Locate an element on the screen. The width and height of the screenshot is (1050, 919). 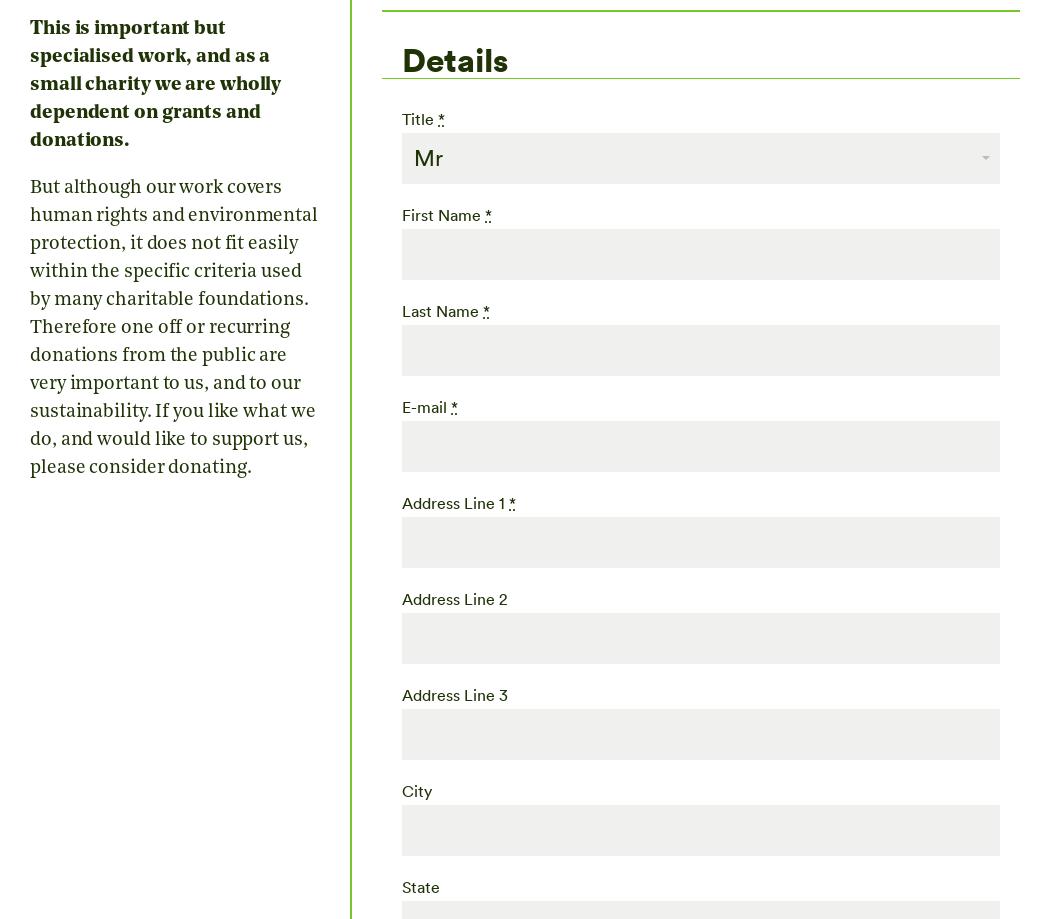
'Address Line 1' is located at coordinates (455, 500).